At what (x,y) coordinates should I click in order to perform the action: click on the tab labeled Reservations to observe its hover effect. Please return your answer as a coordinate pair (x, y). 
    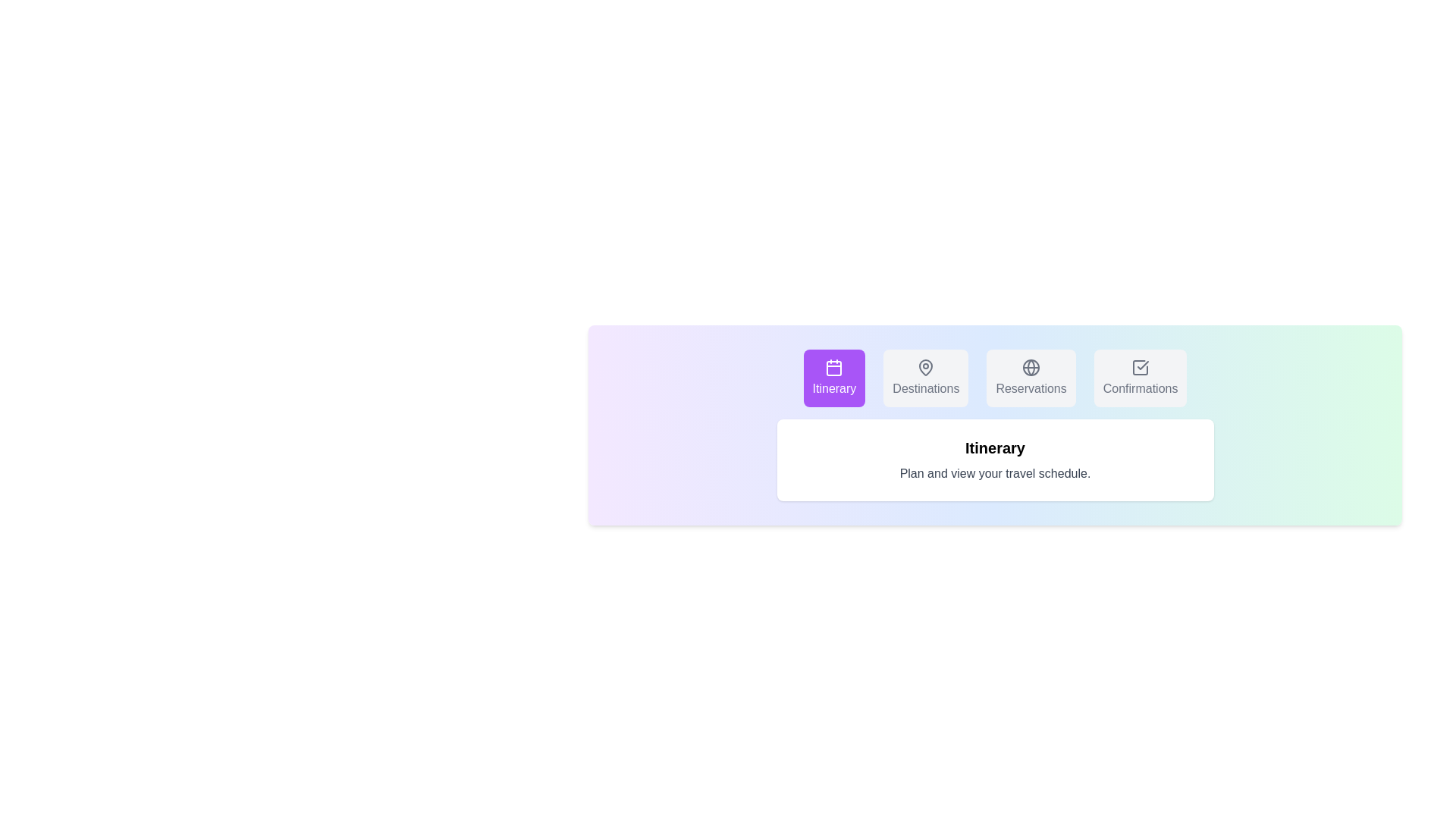
    Looking at the image, I should click on (1031, 377).